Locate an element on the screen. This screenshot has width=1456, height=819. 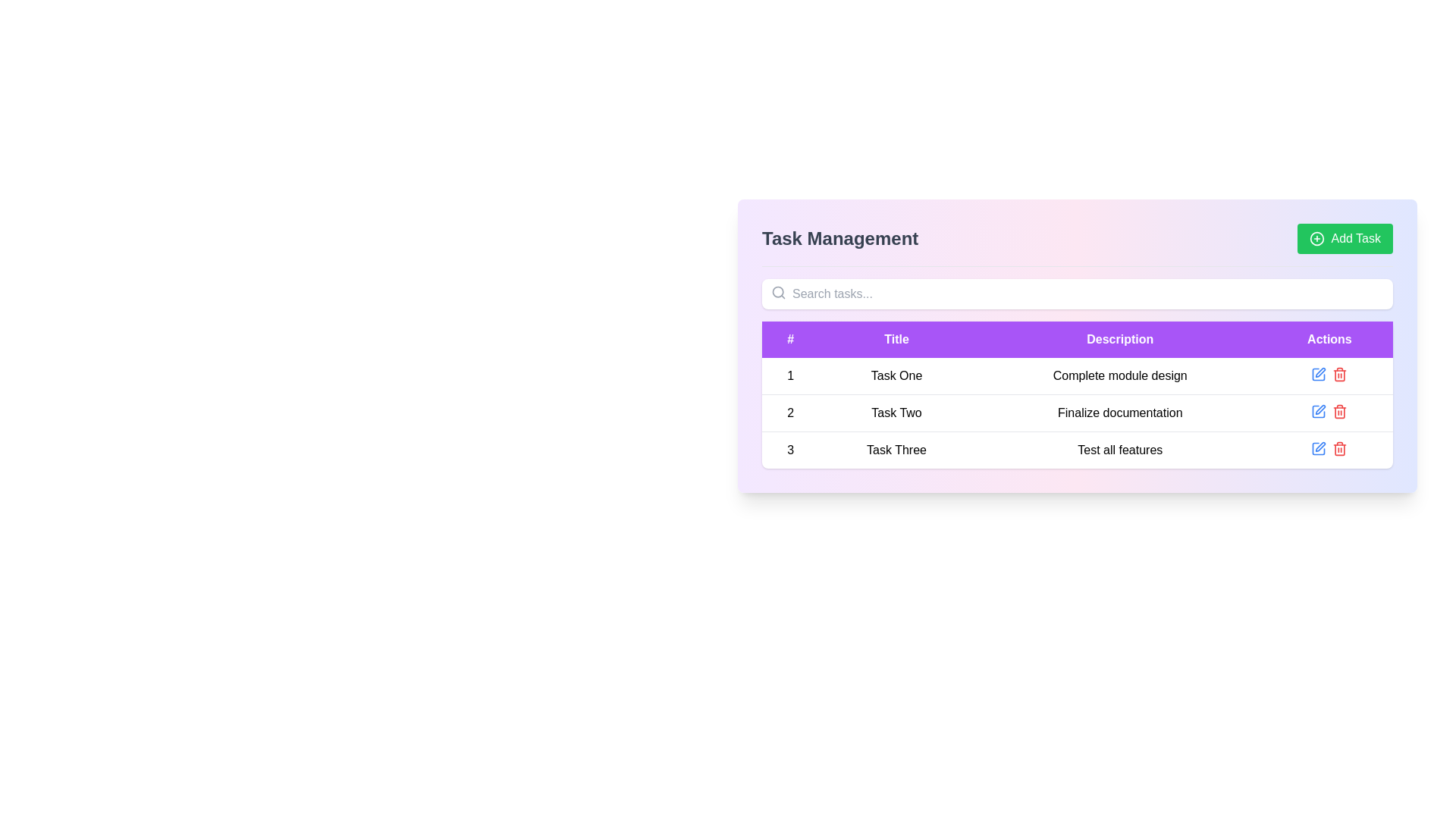
the Plain text label indicating the description of 'Task Two', located in the second row of the table under the 'Description' column is located at coordinates (1120, 413).